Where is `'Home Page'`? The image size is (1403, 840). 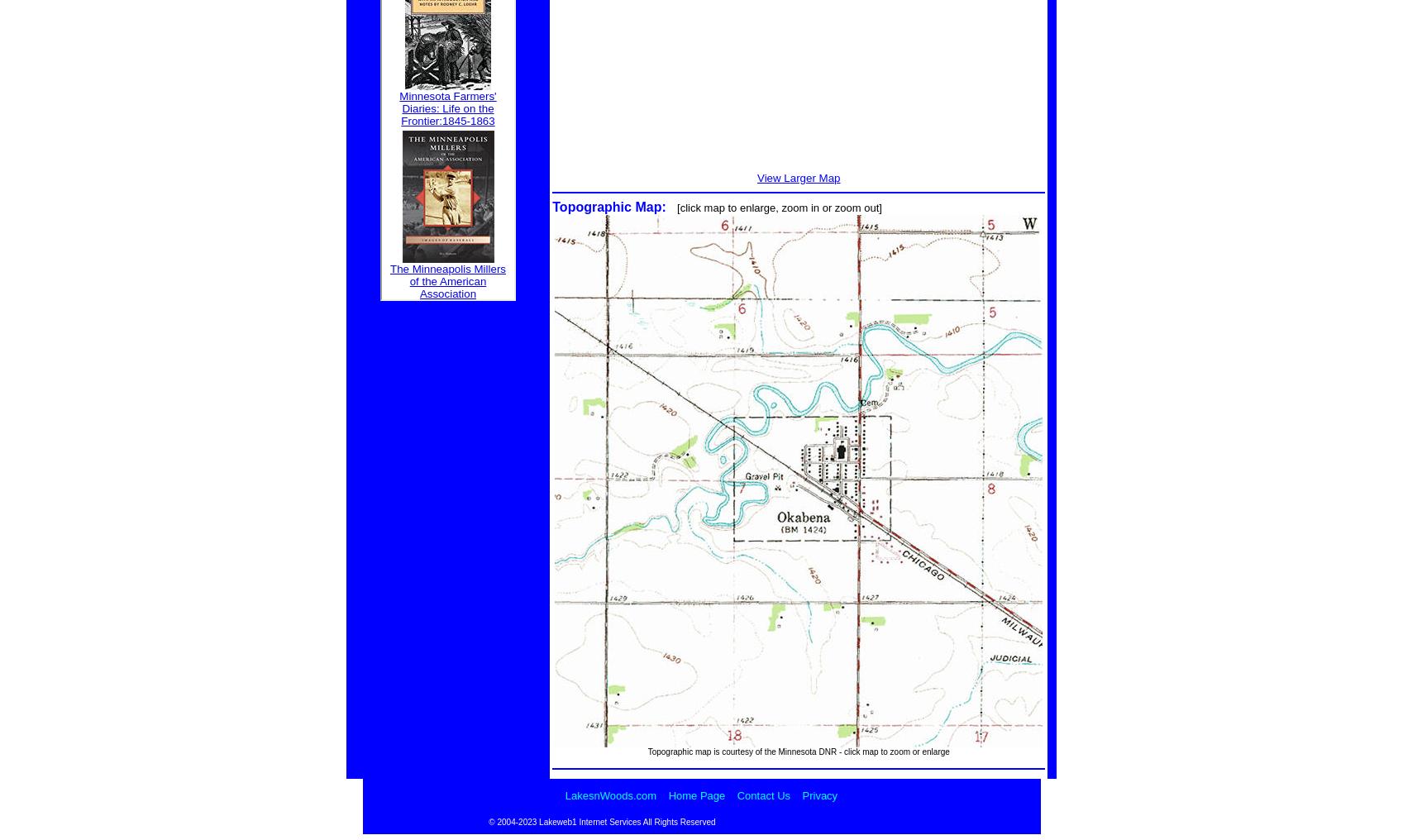
'Home Page' is located at coordinates (667, 795).